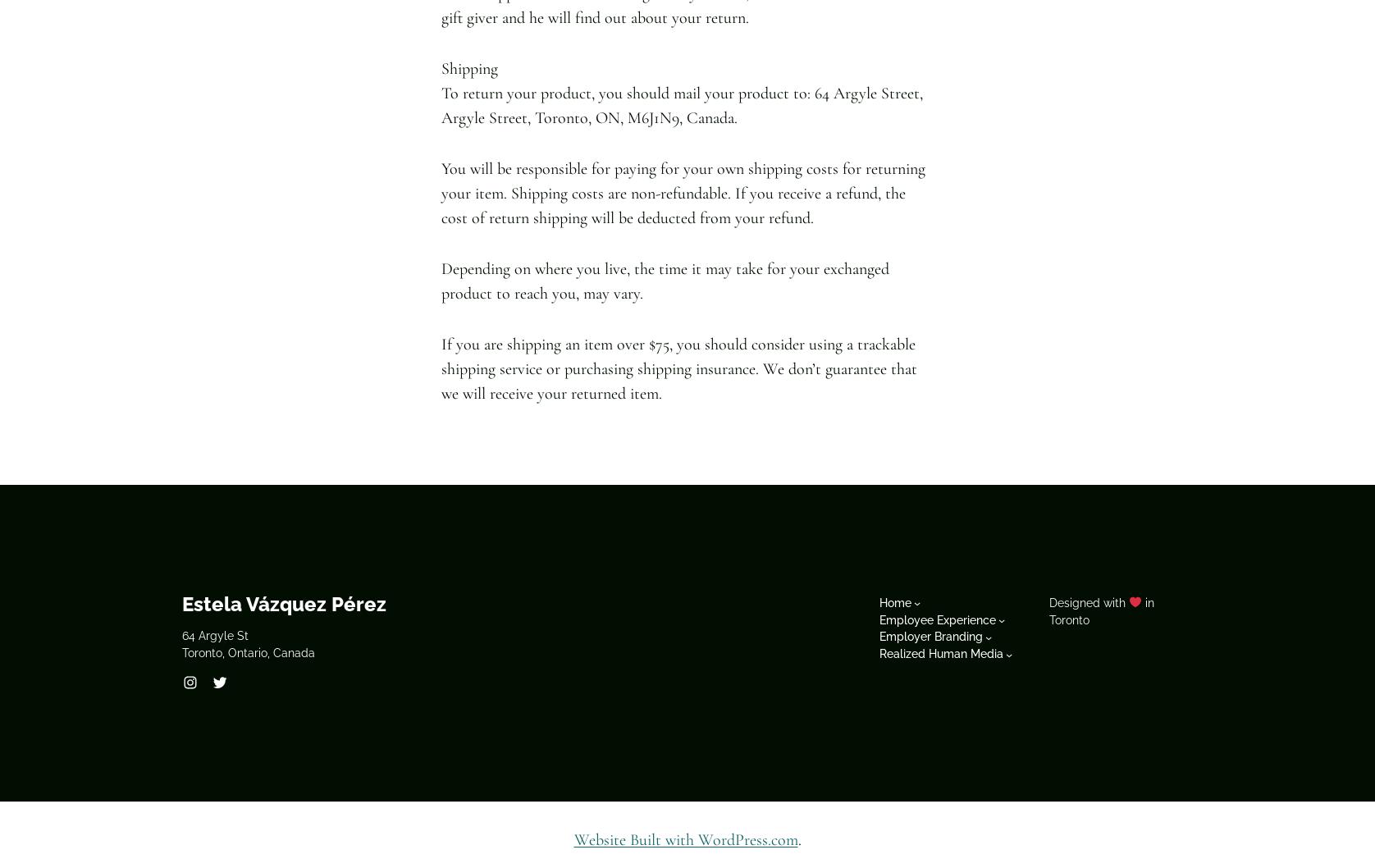  Describe the element at coordinates (441, 67) in the screenshot. I see `'Shipping'` at that location.